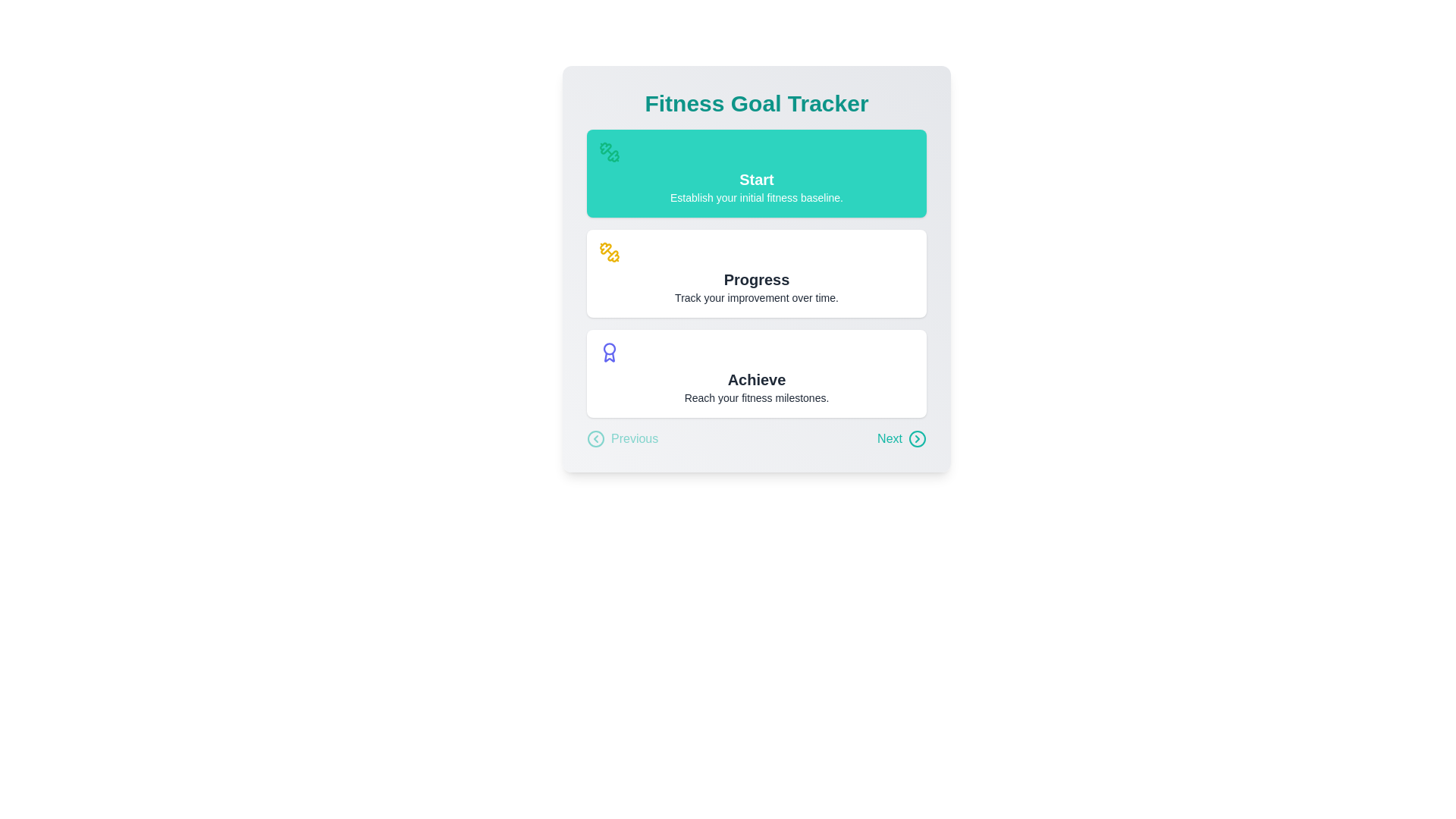 This screenshot has width=1456, height=819. Describe the element at coordinates (757, 103) in the screenshot. I see `the large, bold, teal-blue text heading reading 'Fitness Goal Tracker' located at the top of the fitness goal tracking card` at that location.